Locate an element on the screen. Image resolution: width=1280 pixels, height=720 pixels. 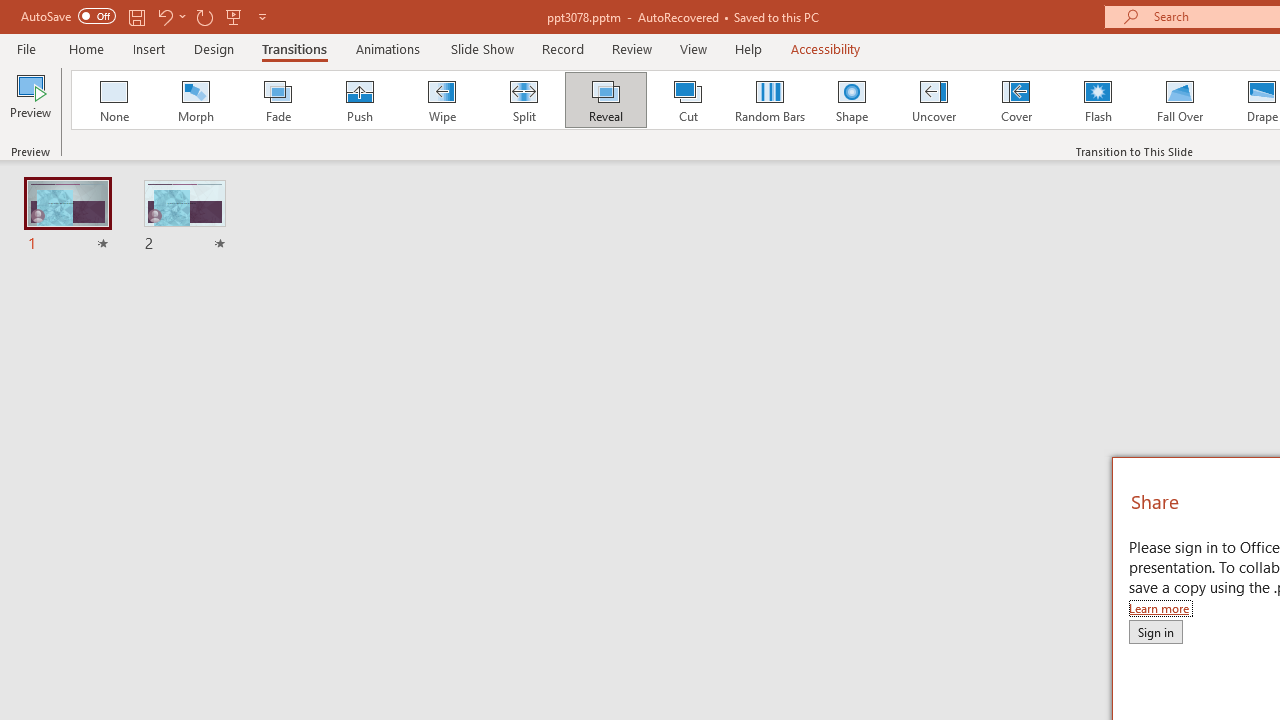
'Sign in' is located at coordinates (1155, 631).